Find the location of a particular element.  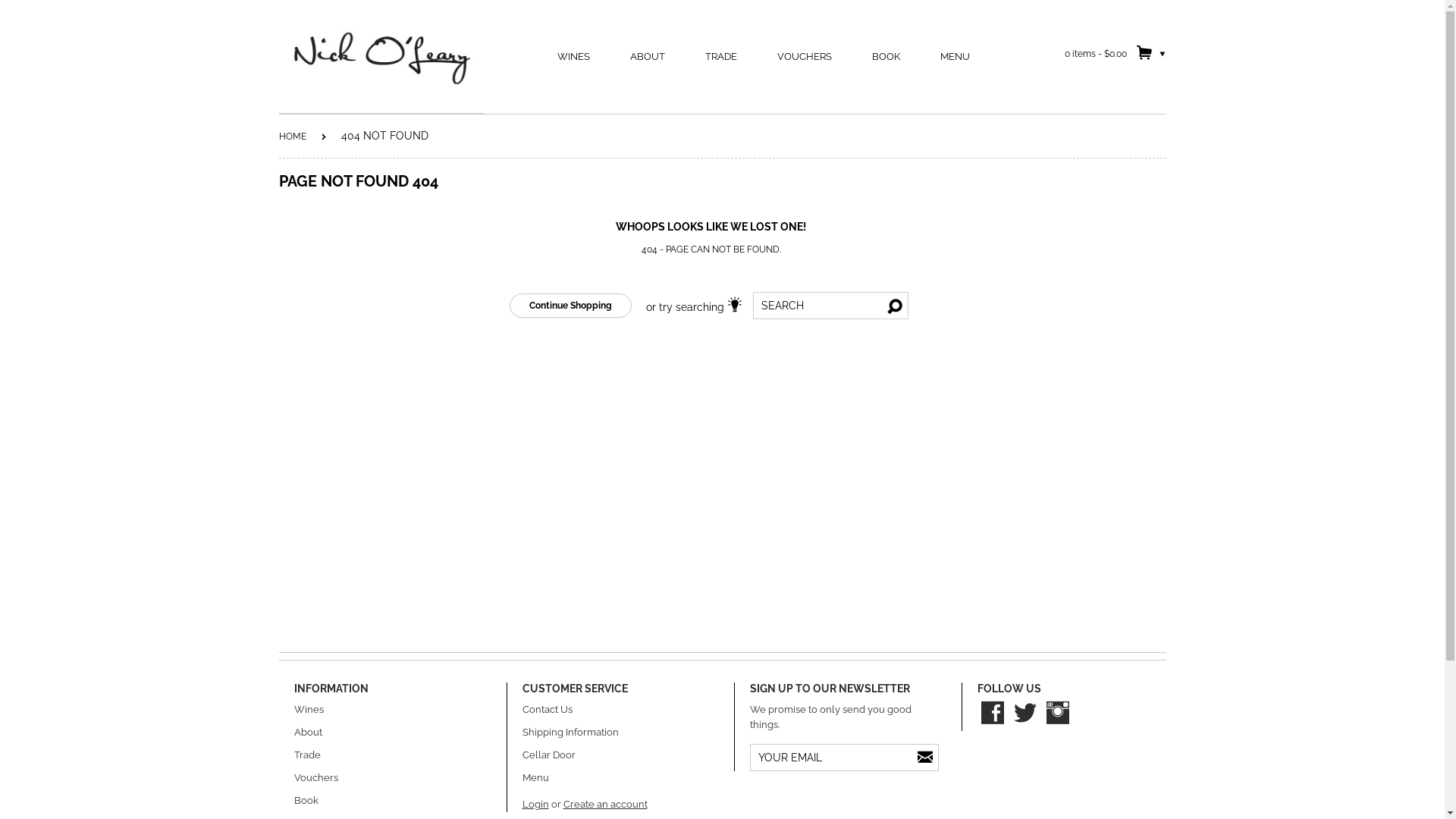

'Trade' is located at coordinates (294, 755).